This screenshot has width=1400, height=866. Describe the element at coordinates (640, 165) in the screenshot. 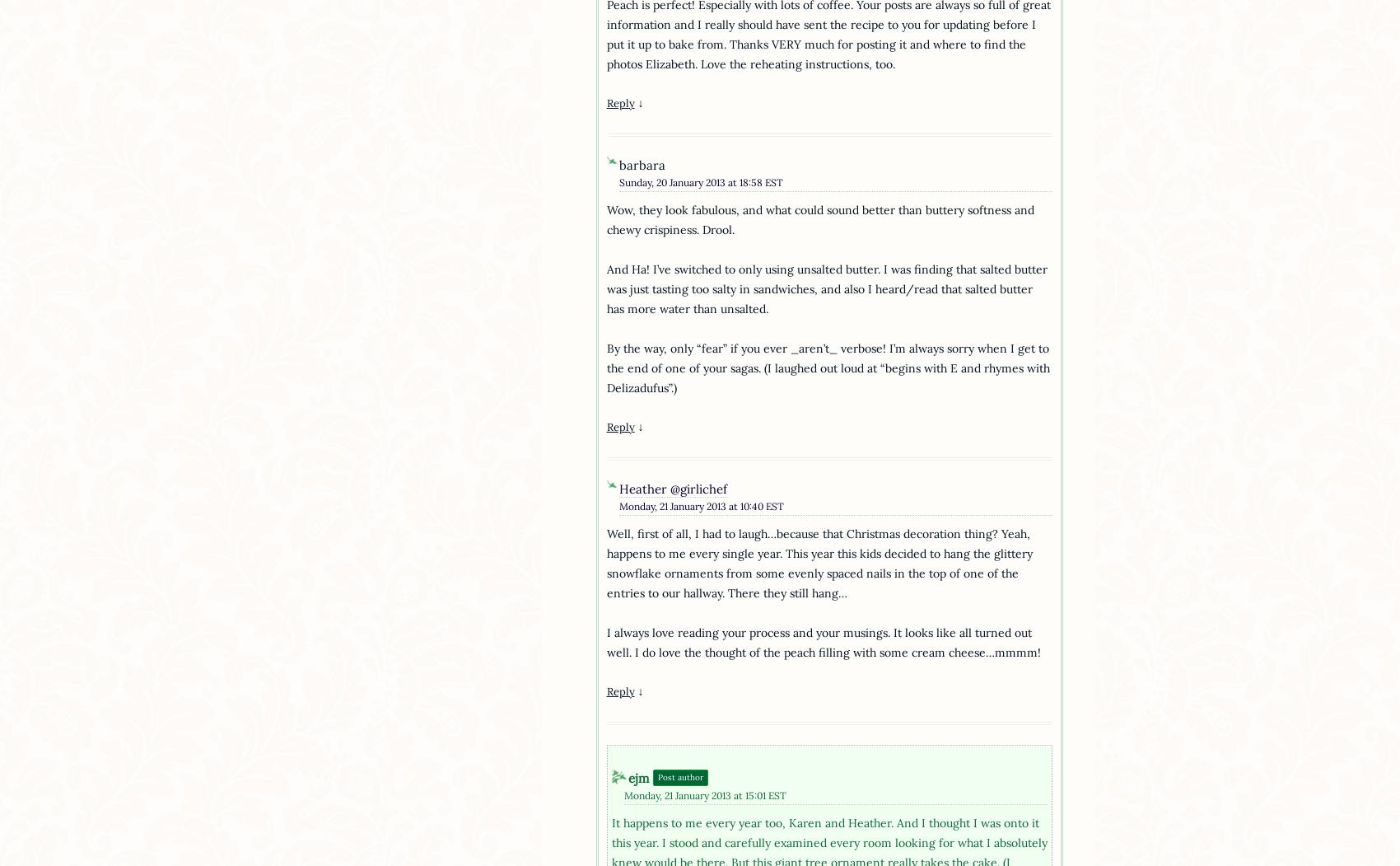

I see `'barbara'` at that location.